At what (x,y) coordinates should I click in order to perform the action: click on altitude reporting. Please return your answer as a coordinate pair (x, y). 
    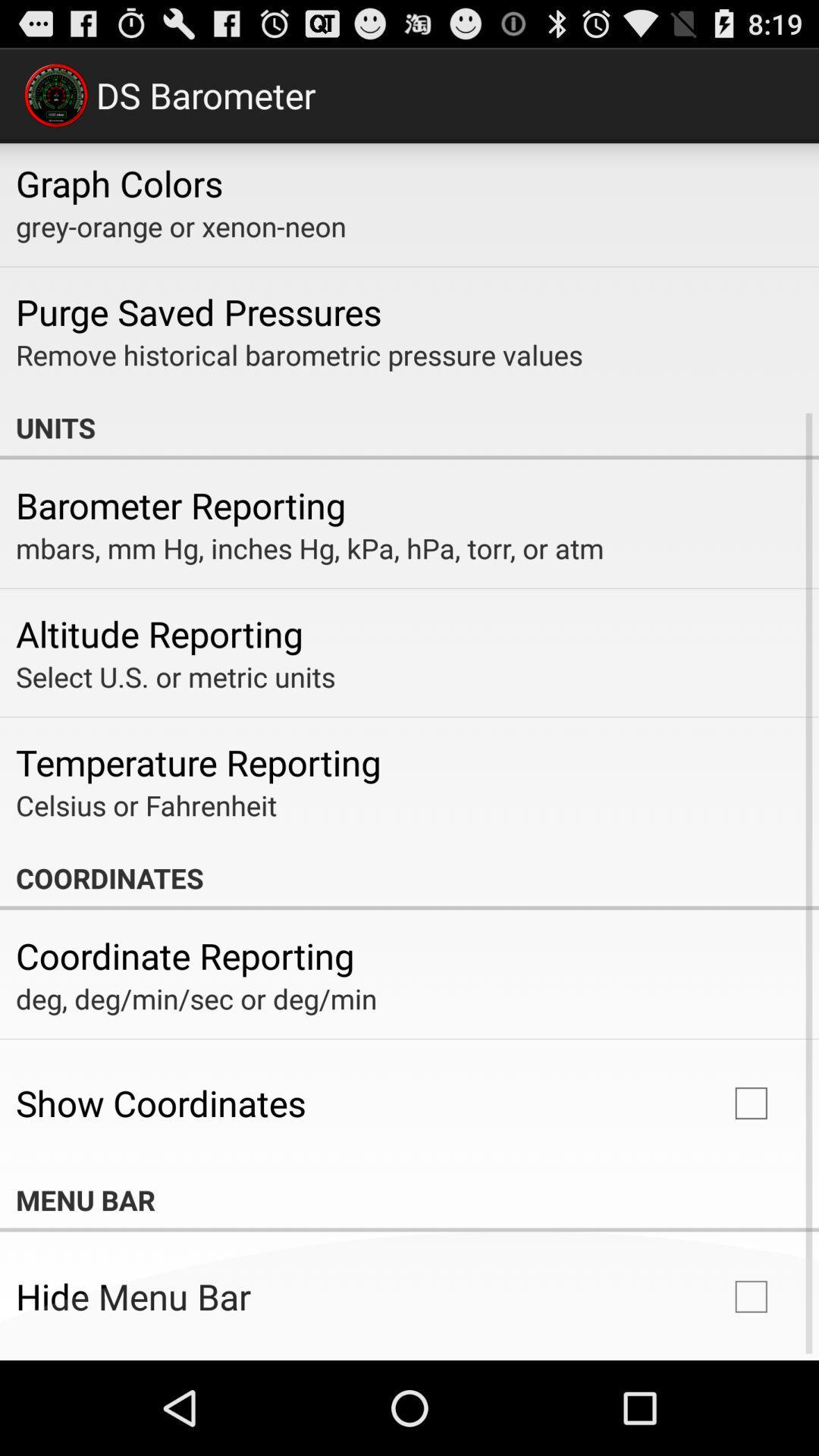
    Looking at the image, I should click on (159, 633).